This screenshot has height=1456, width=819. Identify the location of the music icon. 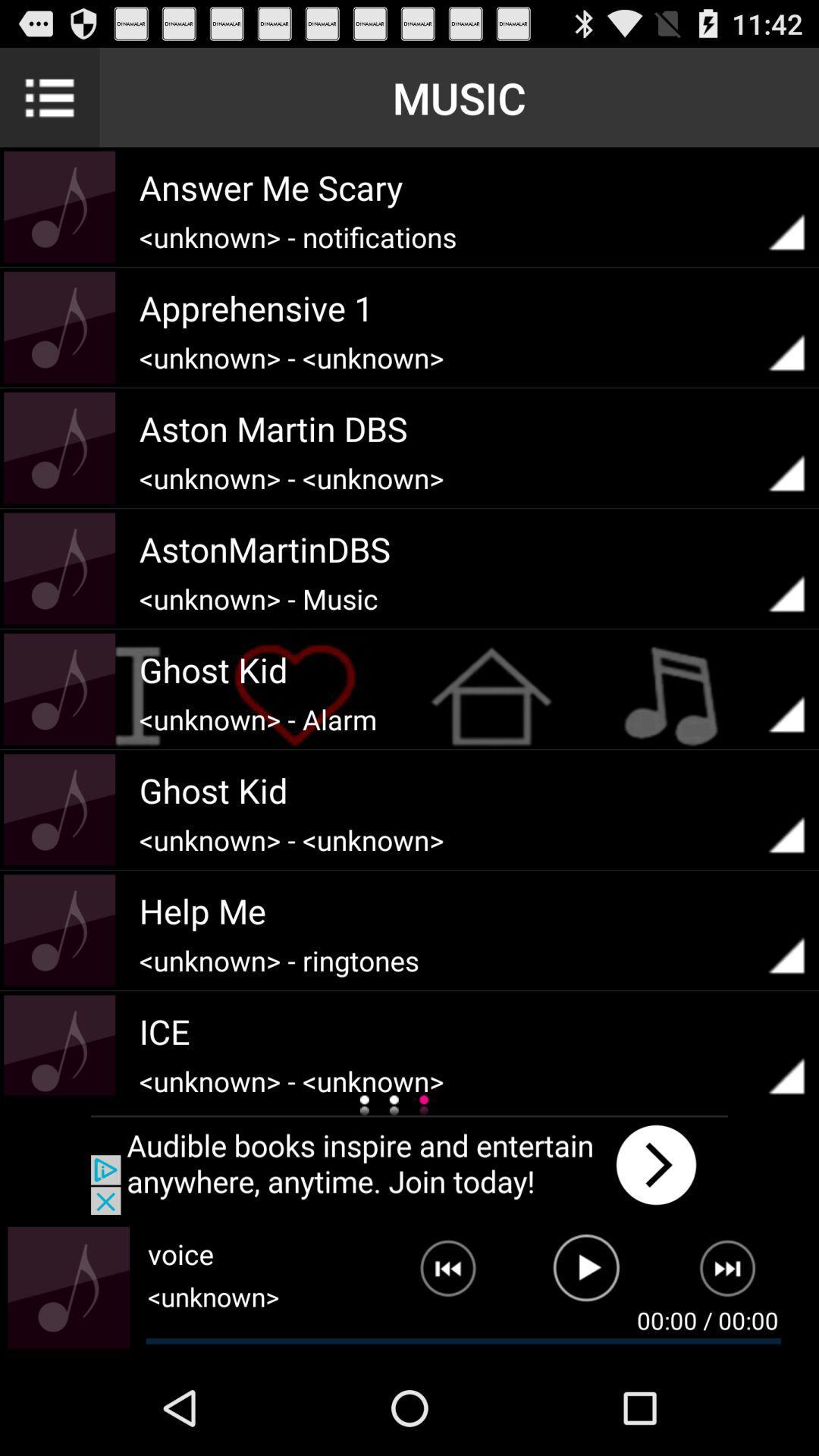
(68, 1378).